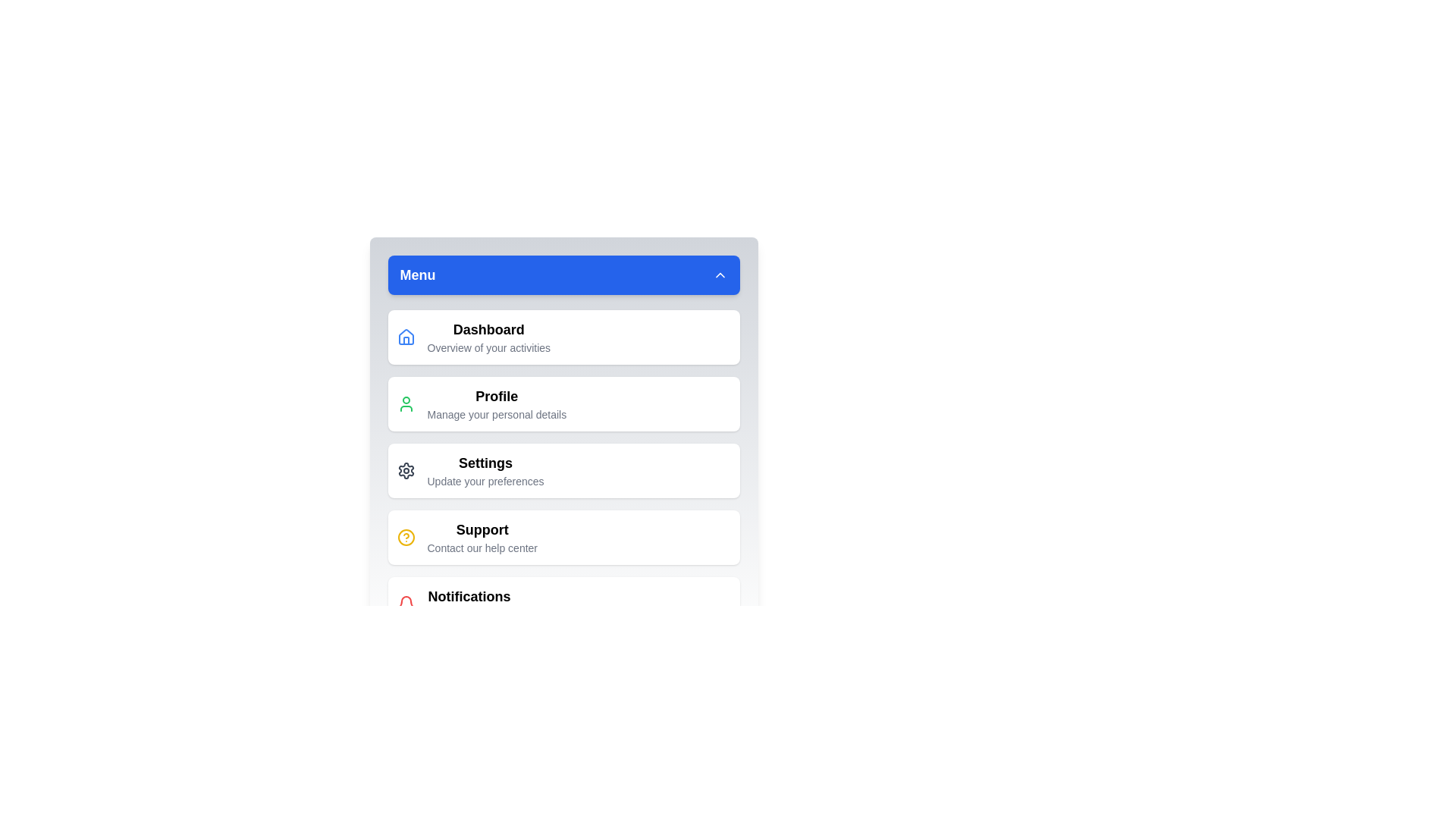 The width and height of the screenshot is (1456, 819). What do you see at coordinates (406, 537) in the screenshot?
I see `the 'Support' section icon represented by the SVG circle element, which visually indicates help or assistance, located next to the 'Contact our help center' text` at bounding box center [406, 537].